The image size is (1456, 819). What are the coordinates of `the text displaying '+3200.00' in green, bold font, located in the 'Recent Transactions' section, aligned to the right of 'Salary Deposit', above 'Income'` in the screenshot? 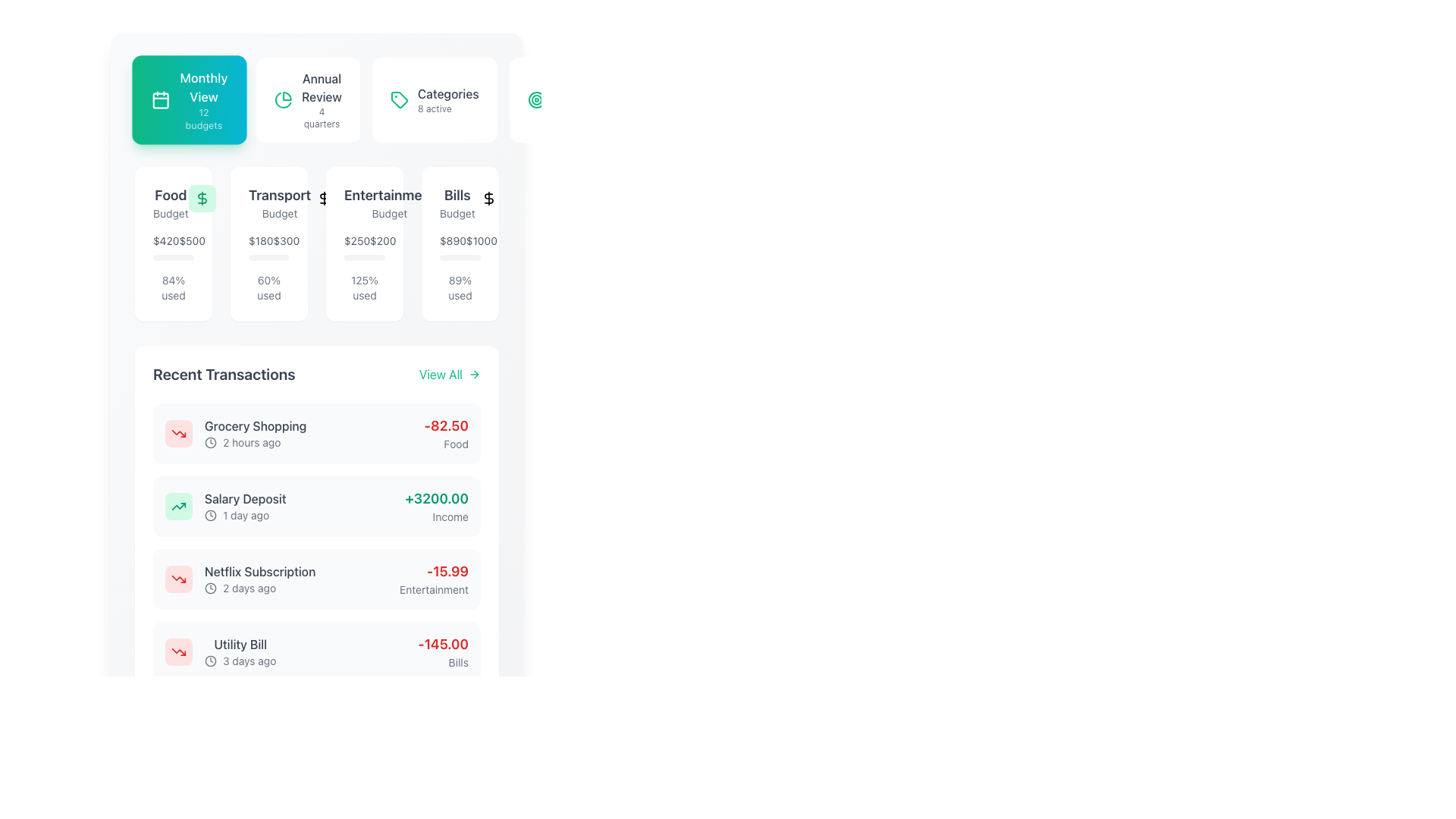 It's located at (436, 499).